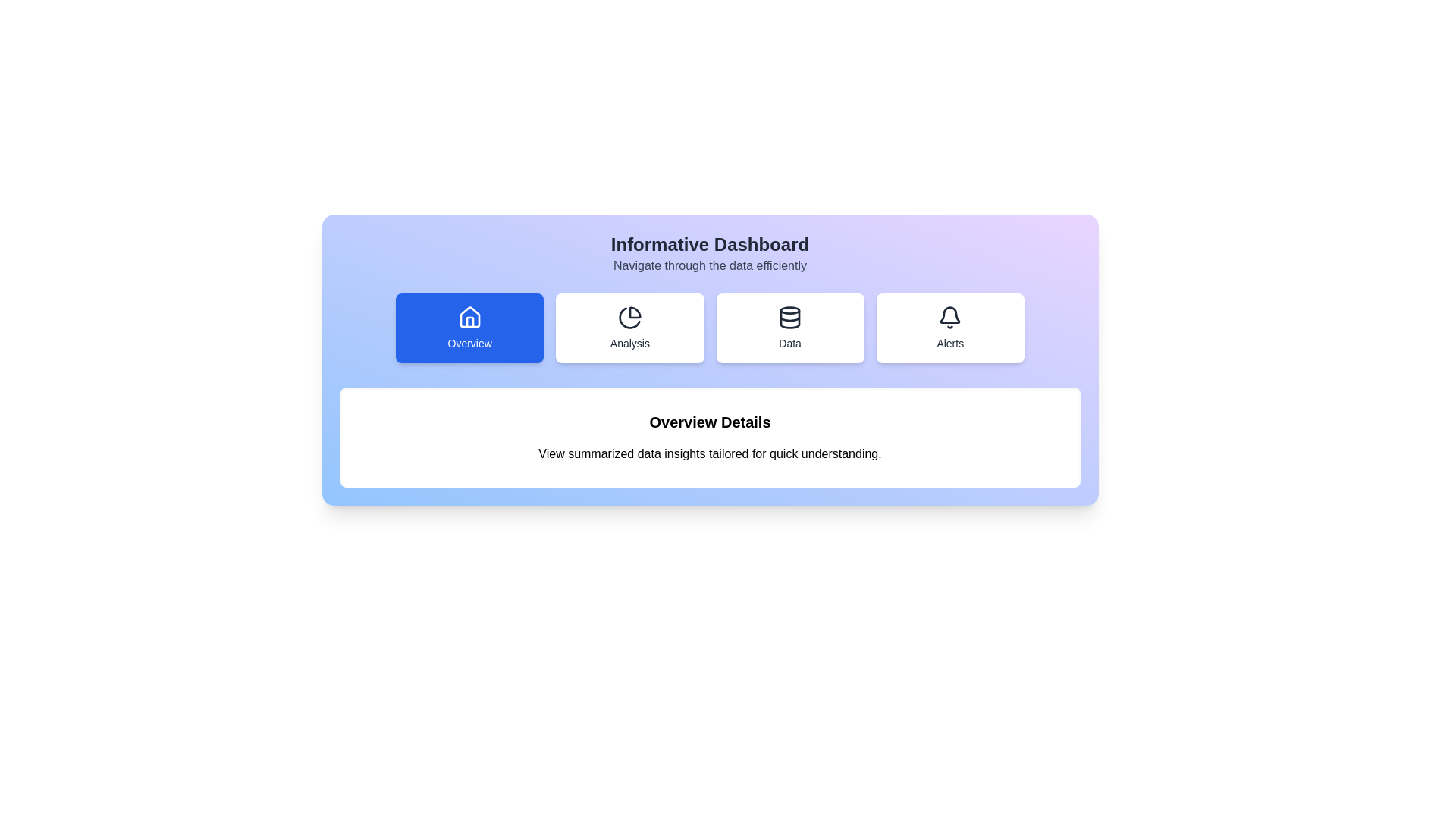 The image size is (1456, 819). I want to click on the informational Text label located at the bottom center of the card, which indicates data-related functionality and is situated between the 'Analysis' and 'Alerts' cards, so click(789, 343).